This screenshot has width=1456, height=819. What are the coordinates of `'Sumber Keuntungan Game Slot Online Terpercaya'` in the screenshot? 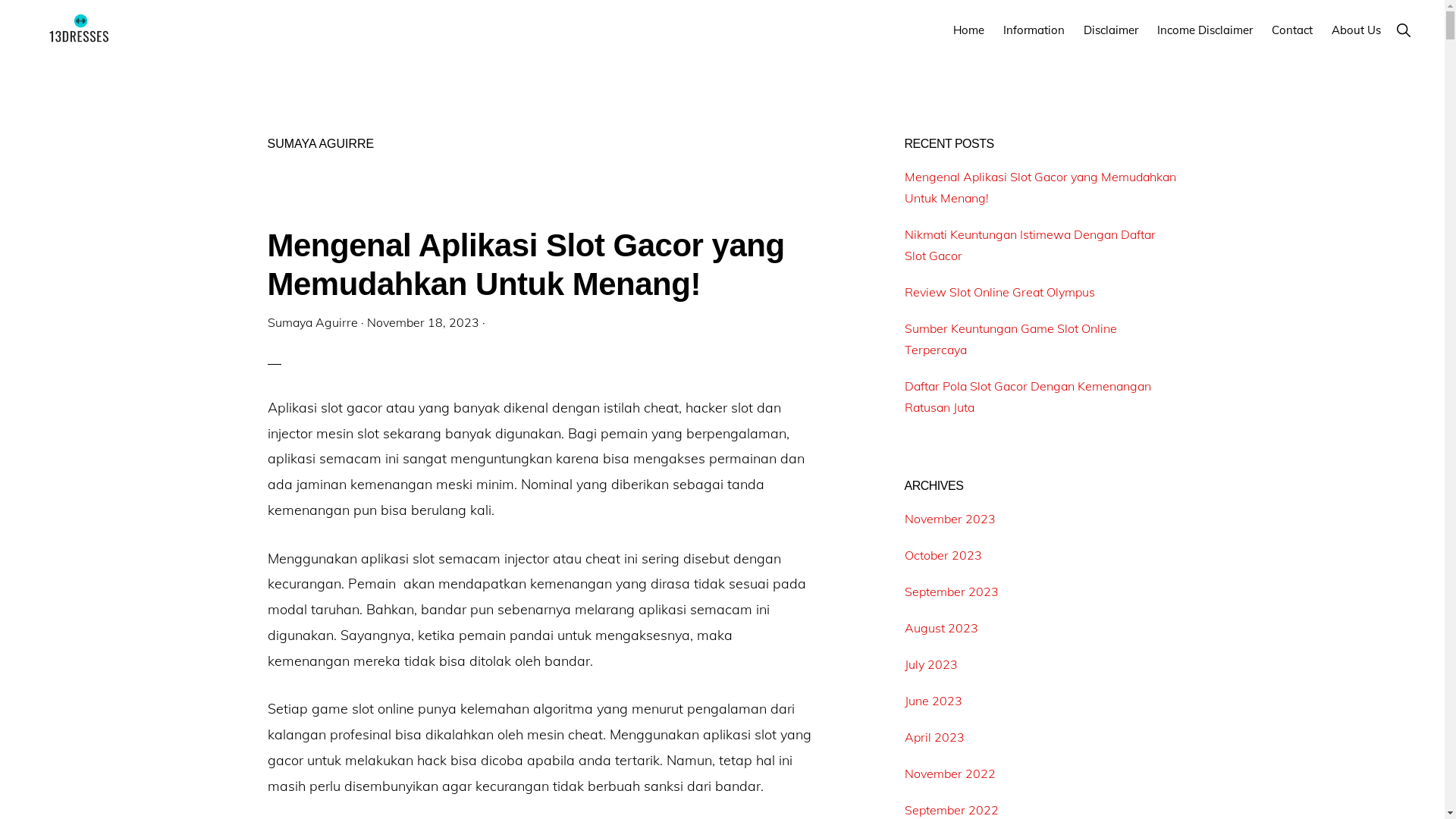 It's located at (1010, 338).